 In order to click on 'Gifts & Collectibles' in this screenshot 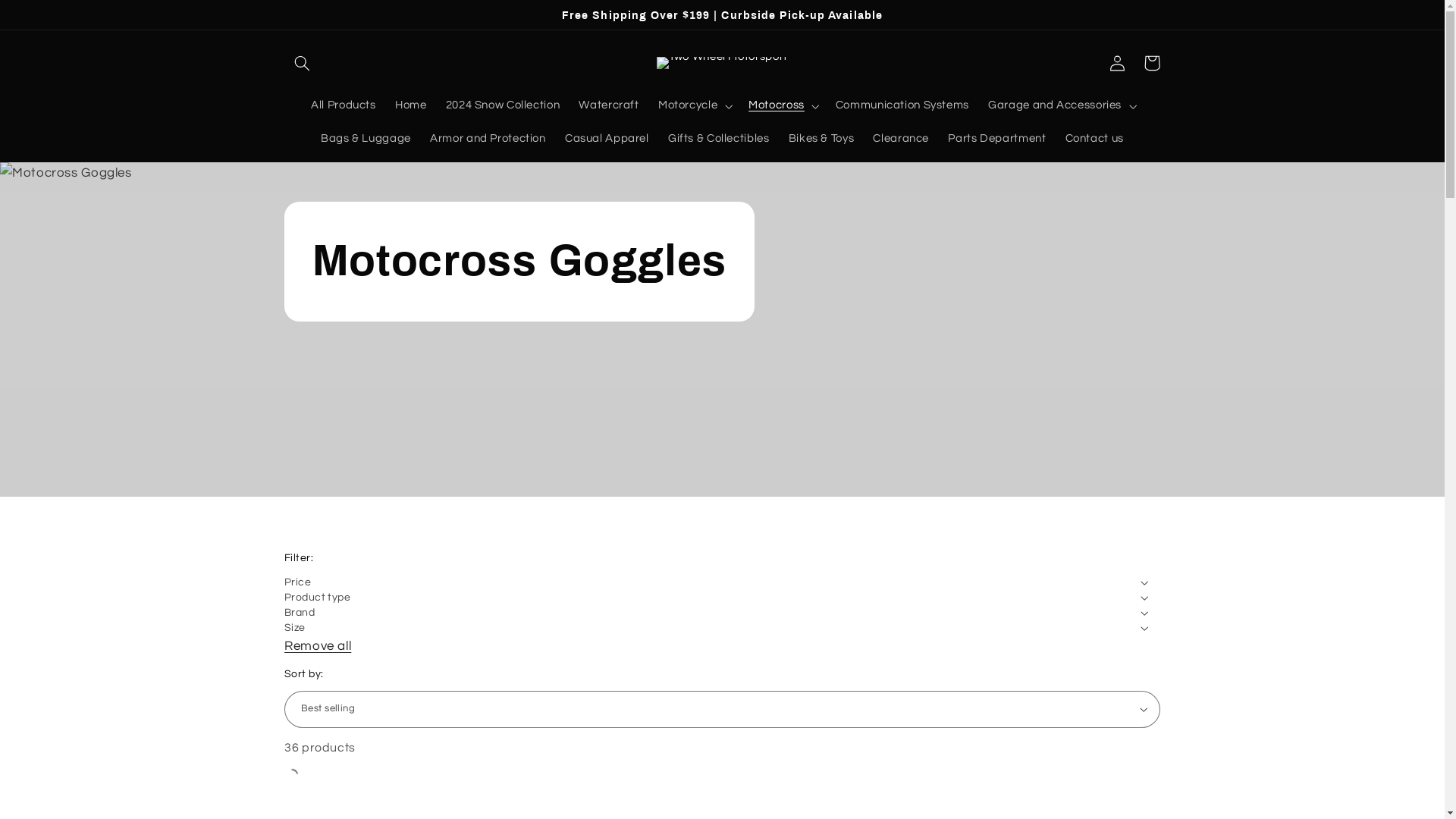, I will do `click(717, 140)`.